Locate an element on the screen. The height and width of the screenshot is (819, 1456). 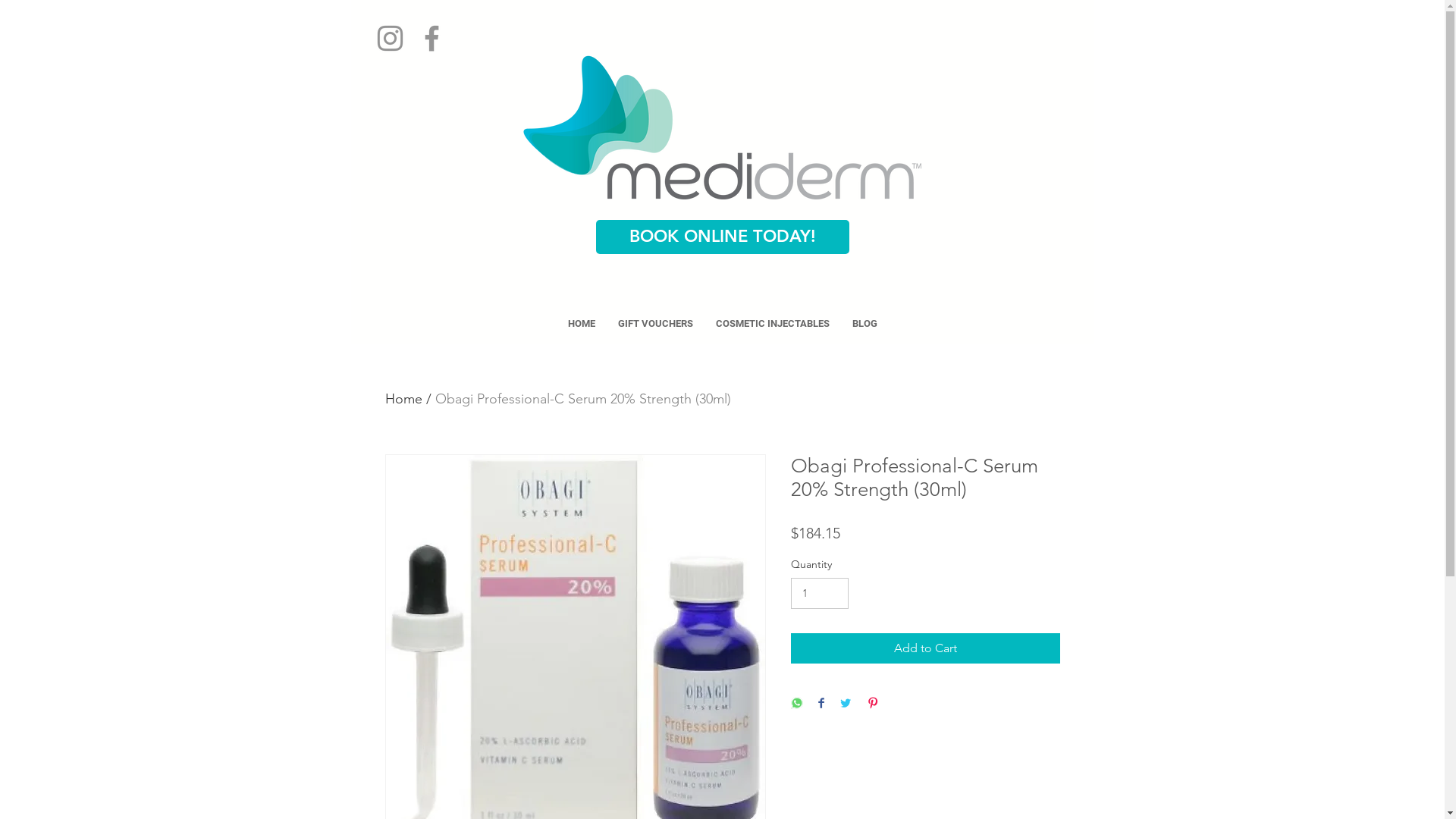
'BOOK ONLINE TODAY!' is located at coordinates (722, 237).